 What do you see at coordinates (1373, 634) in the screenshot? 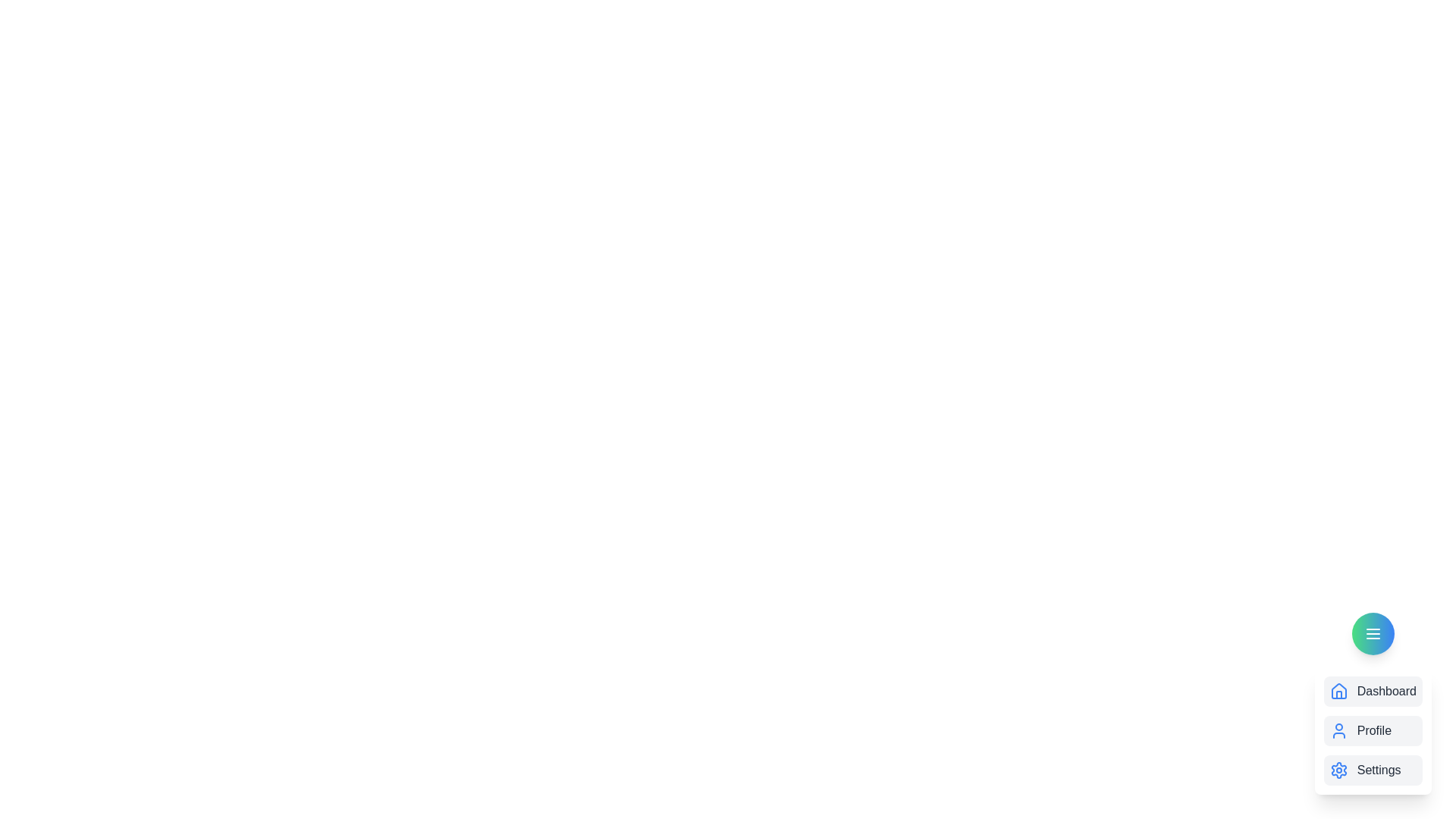
I see `the circular_button to observe the hover effect` at bounding box center [1373, 634].